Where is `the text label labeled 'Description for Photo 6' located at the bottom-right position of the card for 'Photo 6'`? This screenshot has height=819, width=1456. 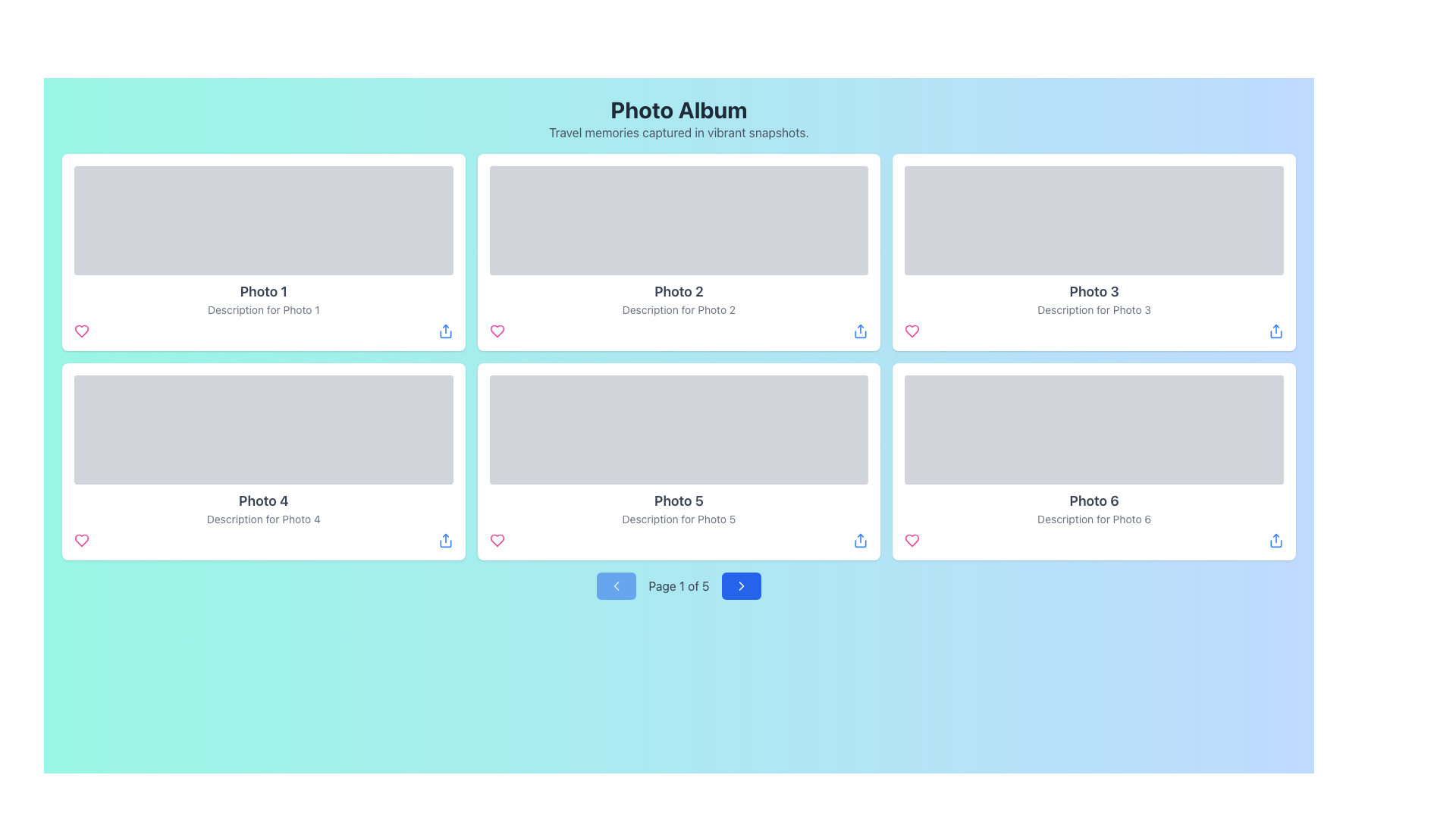 the text label labeled 'Description for Photo 6' located at the bottom-right position of the card for 'Photo 6' is located at coordinates (1094, 519).